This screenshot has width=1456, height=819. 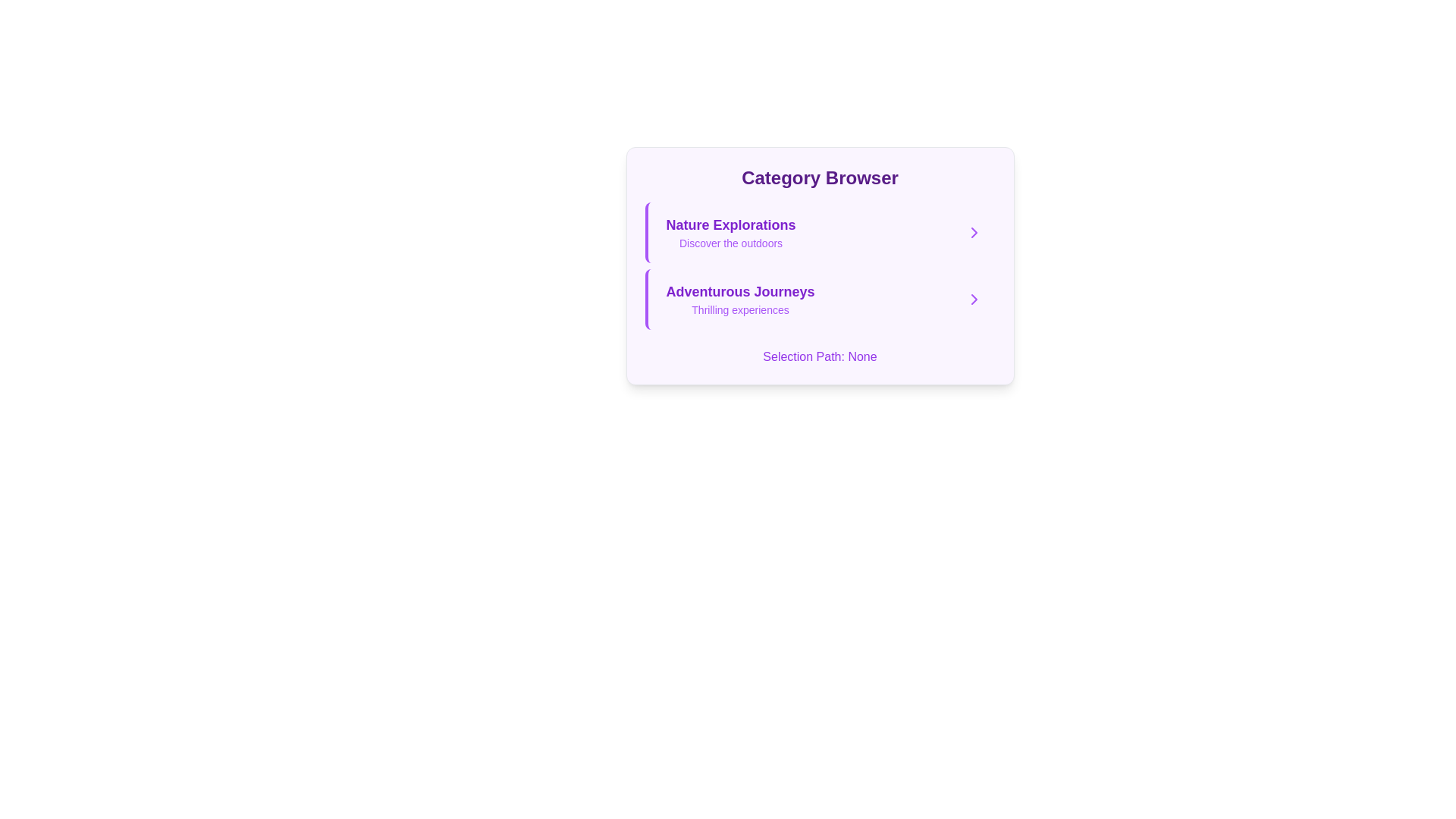 I want to click on the right-pointing navigation arrow icon, which is a small triangular-shaped graphical component with a purple stroke, so click(x=974, y=299).